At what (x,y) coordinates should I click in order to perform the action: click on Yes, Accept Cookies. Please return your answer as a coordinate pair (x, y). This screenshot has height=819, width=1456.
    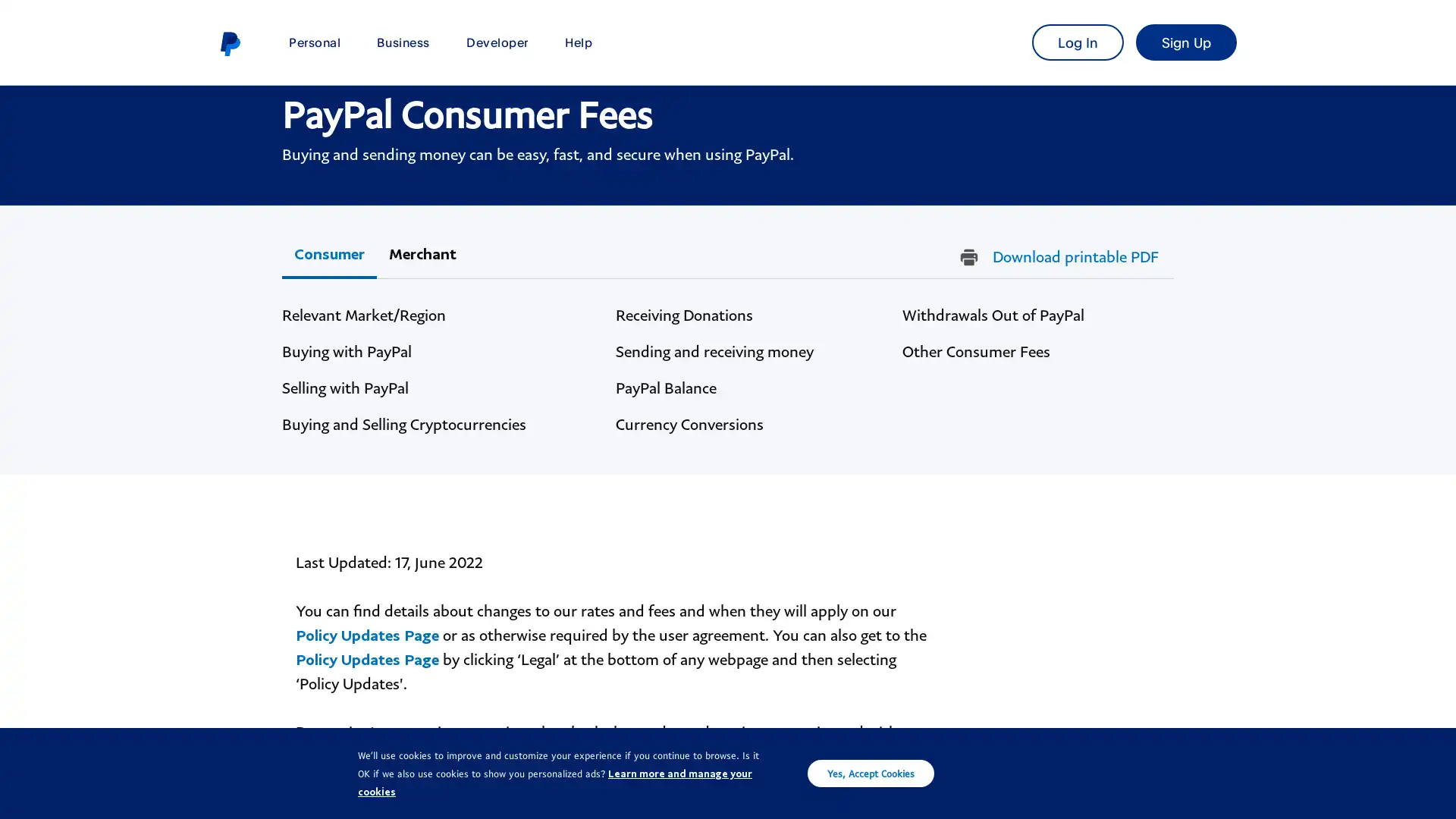
    Looking at the image, I should click on (871, 773).